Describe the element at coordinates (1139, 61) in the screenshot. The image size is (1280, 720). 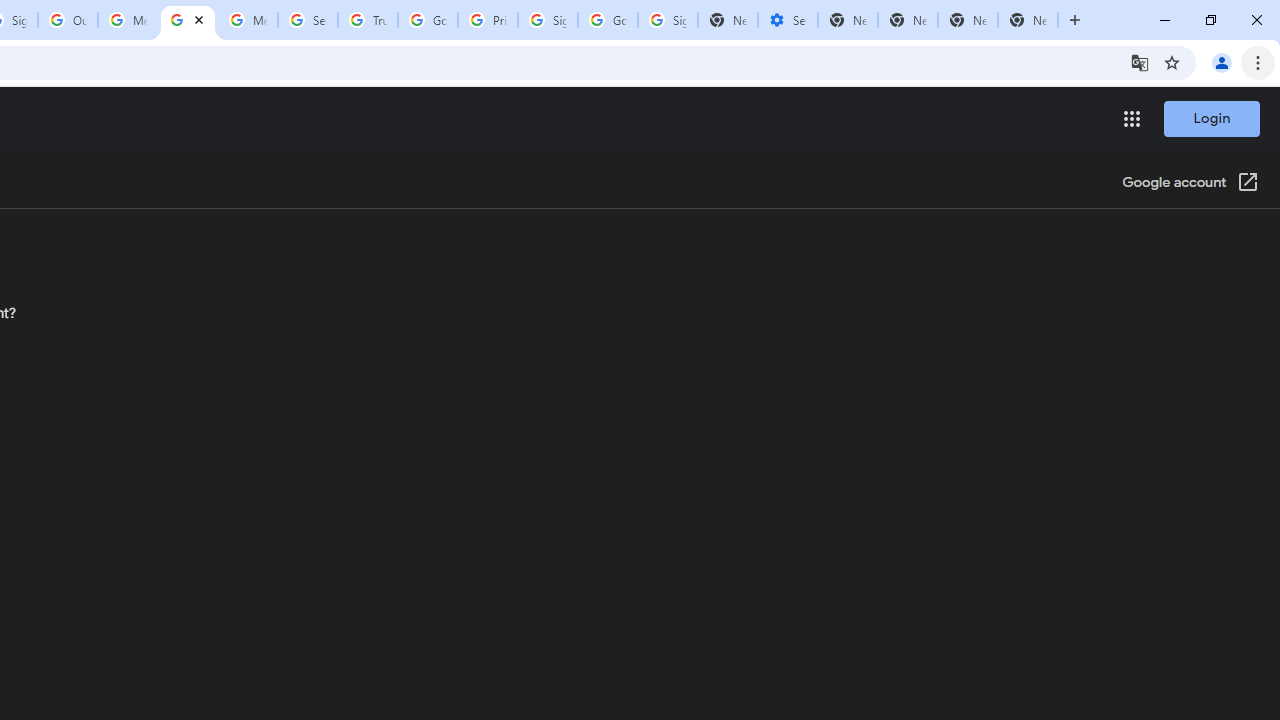
I see `'Translate this page'` at that location.